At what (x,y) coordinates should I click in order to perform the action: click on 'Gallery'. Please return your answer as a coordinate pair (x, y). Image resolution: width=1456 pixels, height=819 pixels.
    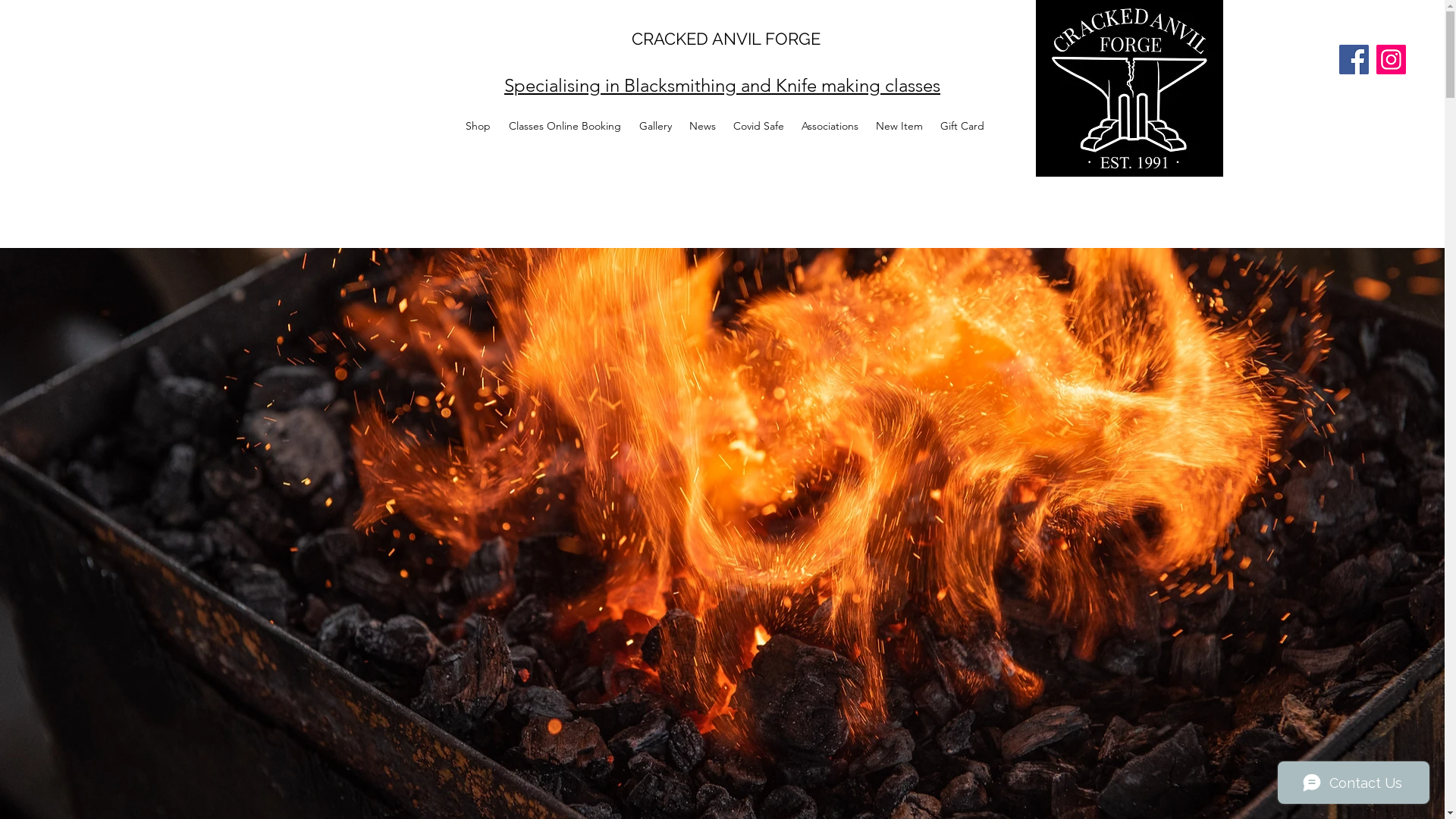
    Looking at the image, I should click on (654, 124).